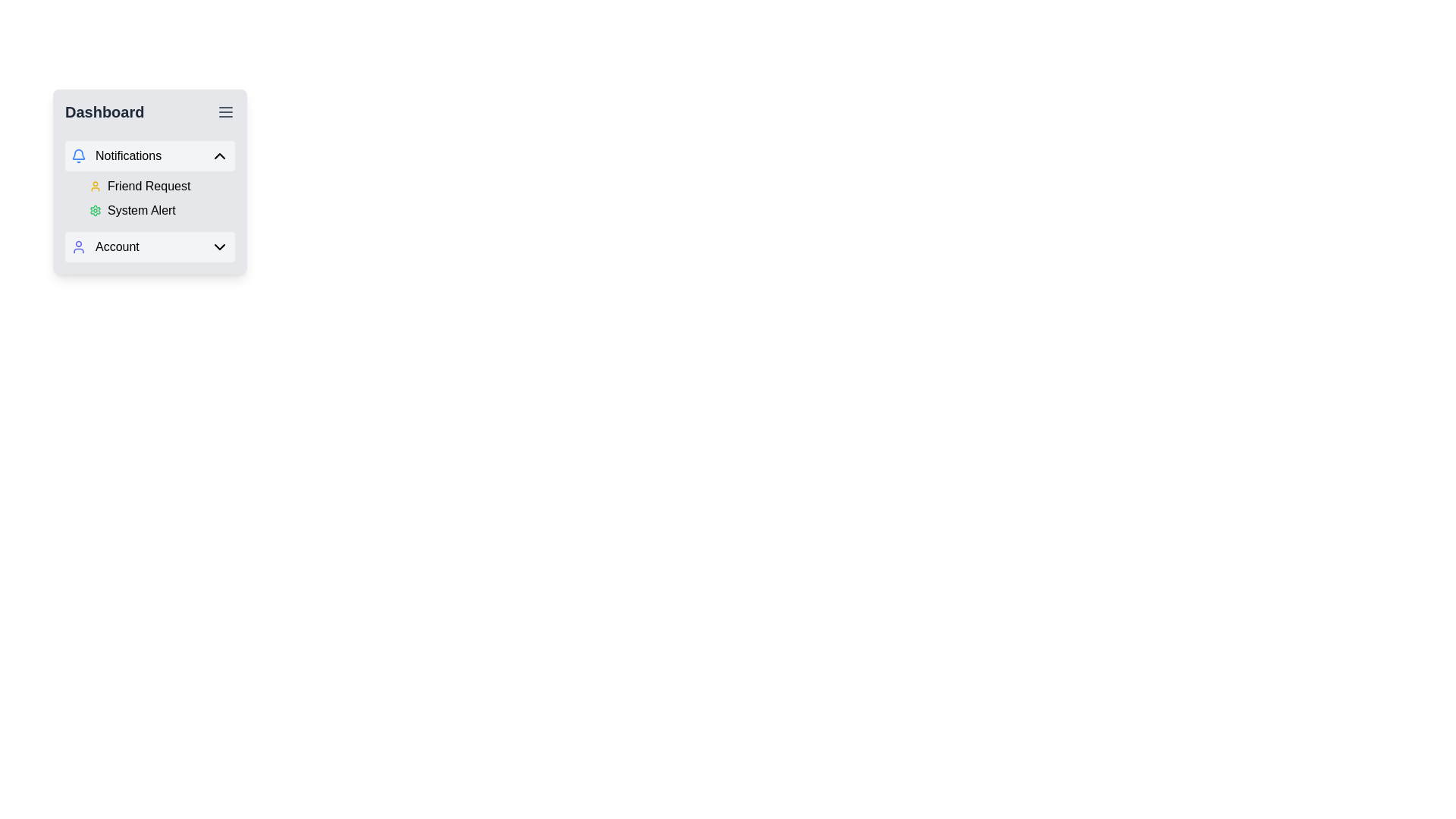 The image size is (1456, 819). I want to click on the 'Notifications' menu item, which features a blue bell icon and is located at the top of the navigation menu under 'Dashboard', so click(115, 155).